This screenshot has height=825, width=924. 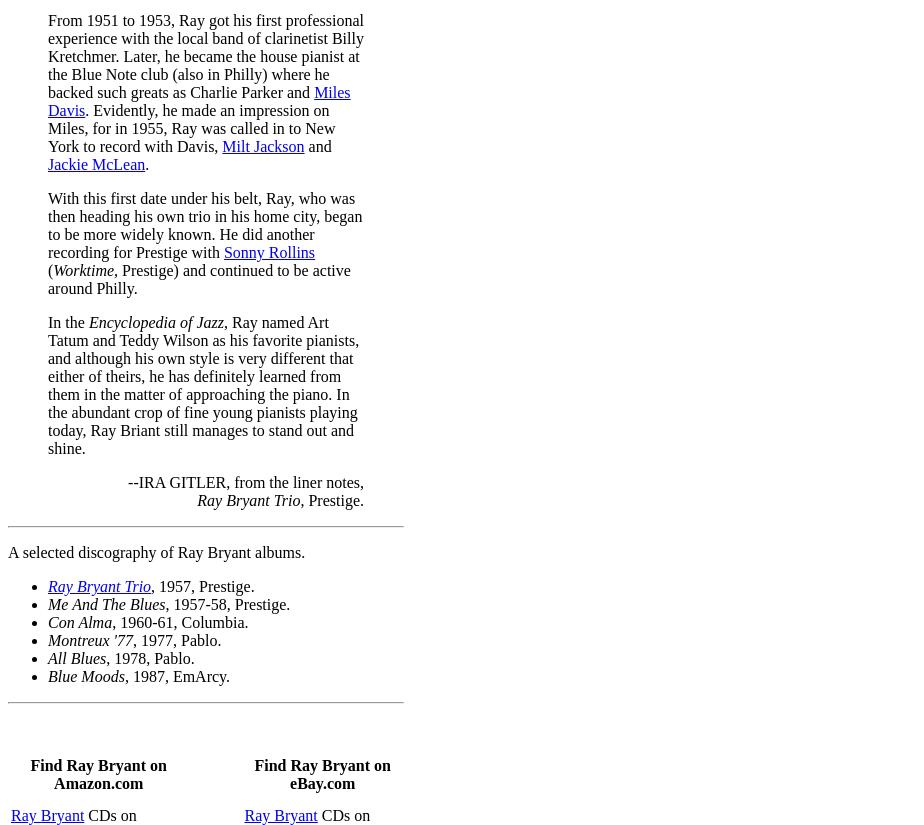 What do you see at coordinates (199, 277) in the screenshot?
I see `', Prestige) and continued to be active around Philly.'` at bounding box center [199, 277].